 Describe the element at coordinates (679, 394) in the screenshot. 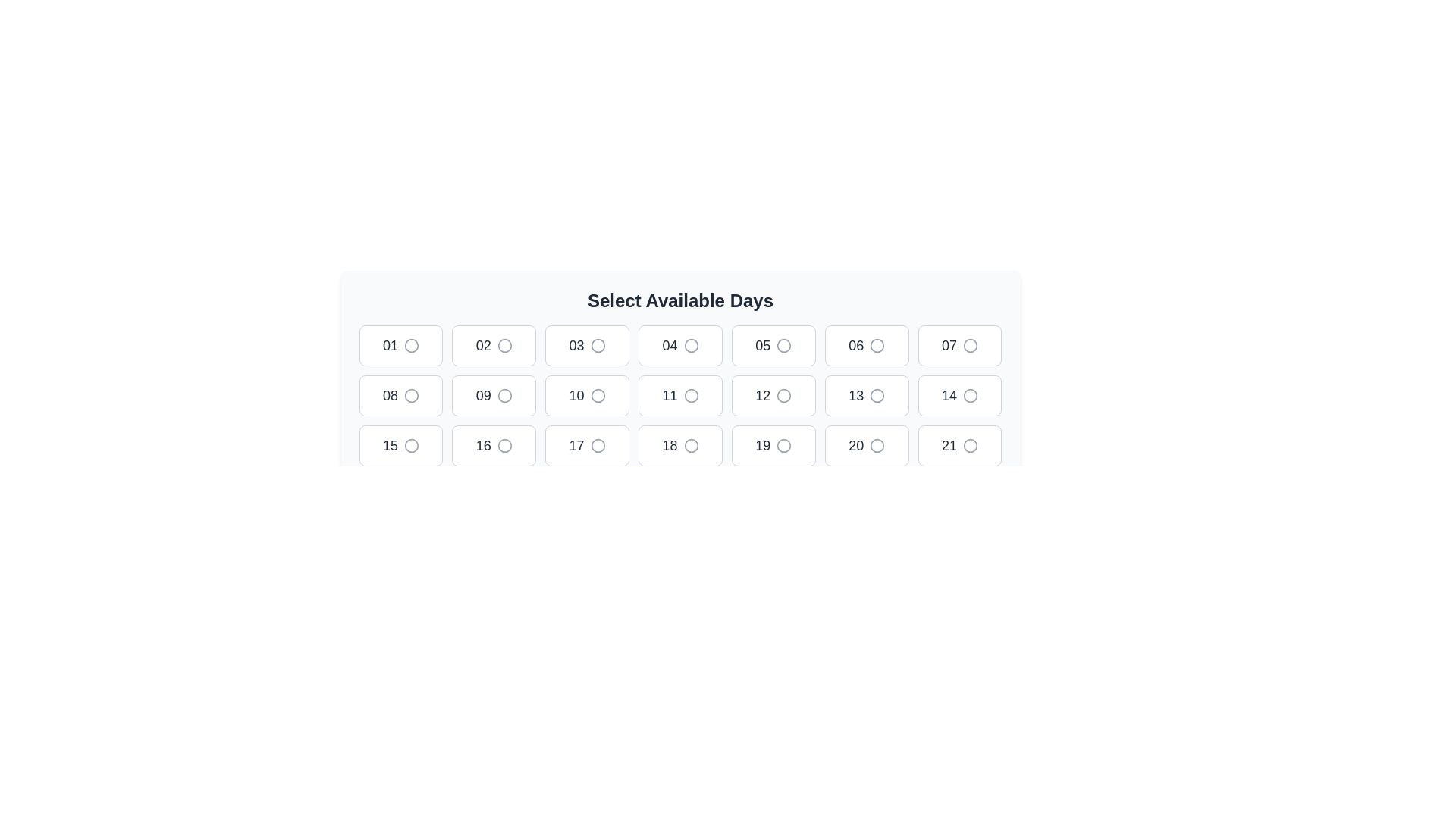

I see `the button for selecting the day '11' located in the fifth column of the second row under 'Select Available Days'` at that location.